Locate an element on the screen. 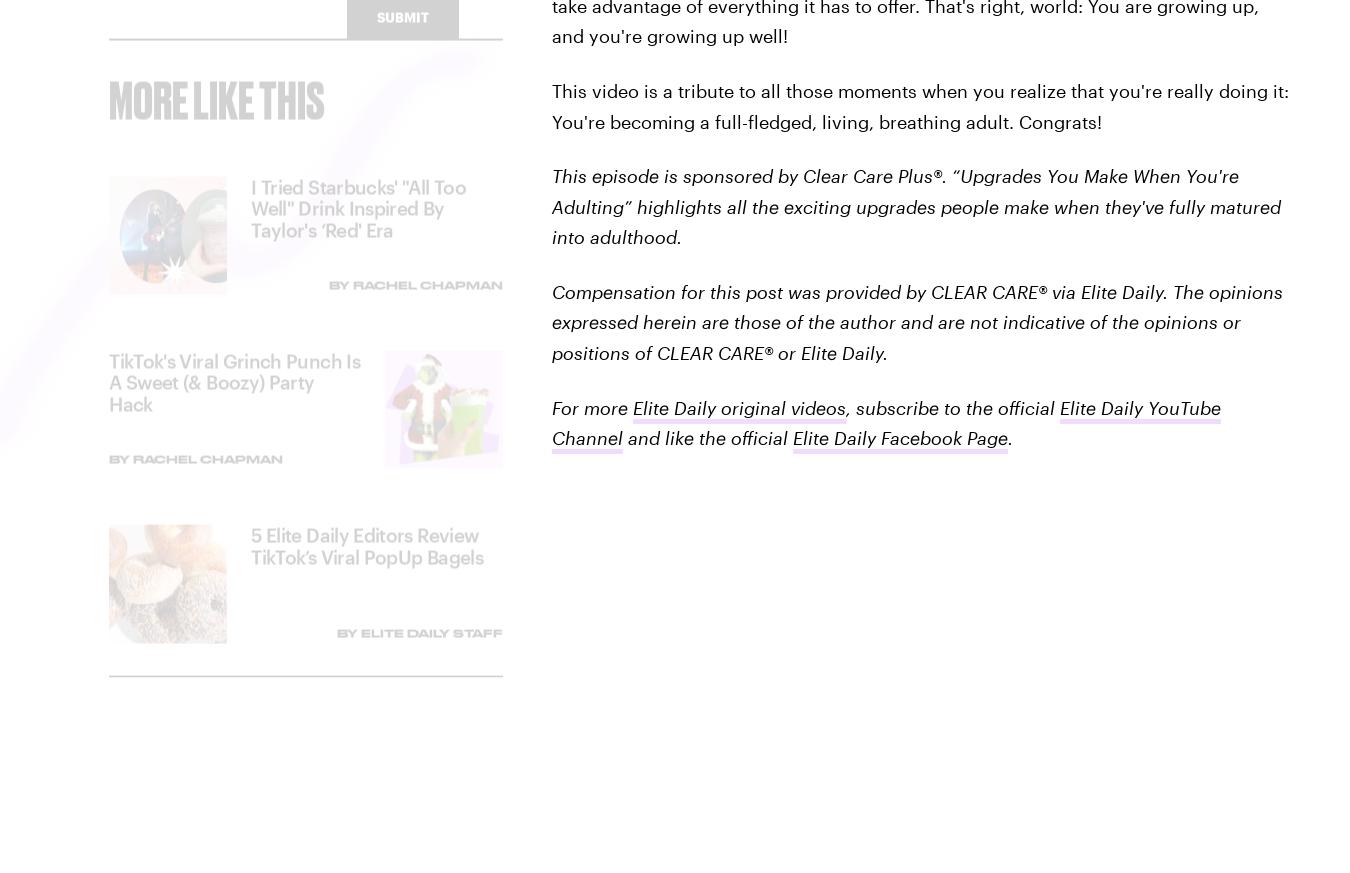 The width and height of the screenshot is (1350, 873). 'Submit' is located at coordinates (402, 32).